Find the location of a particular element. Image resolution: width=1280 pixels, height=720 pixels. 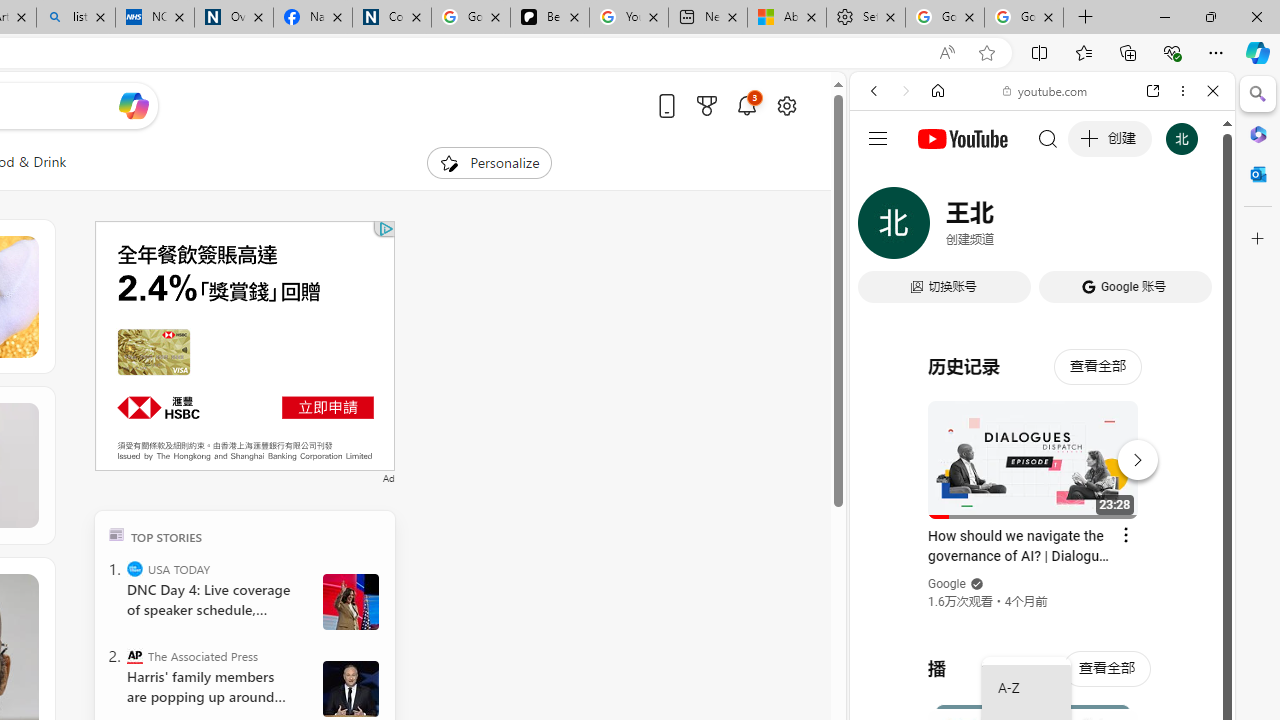

'Aberdeen, Hong Kong SAR hourly forecast | Microsoft Weather' is located at coordinates (785, 17).